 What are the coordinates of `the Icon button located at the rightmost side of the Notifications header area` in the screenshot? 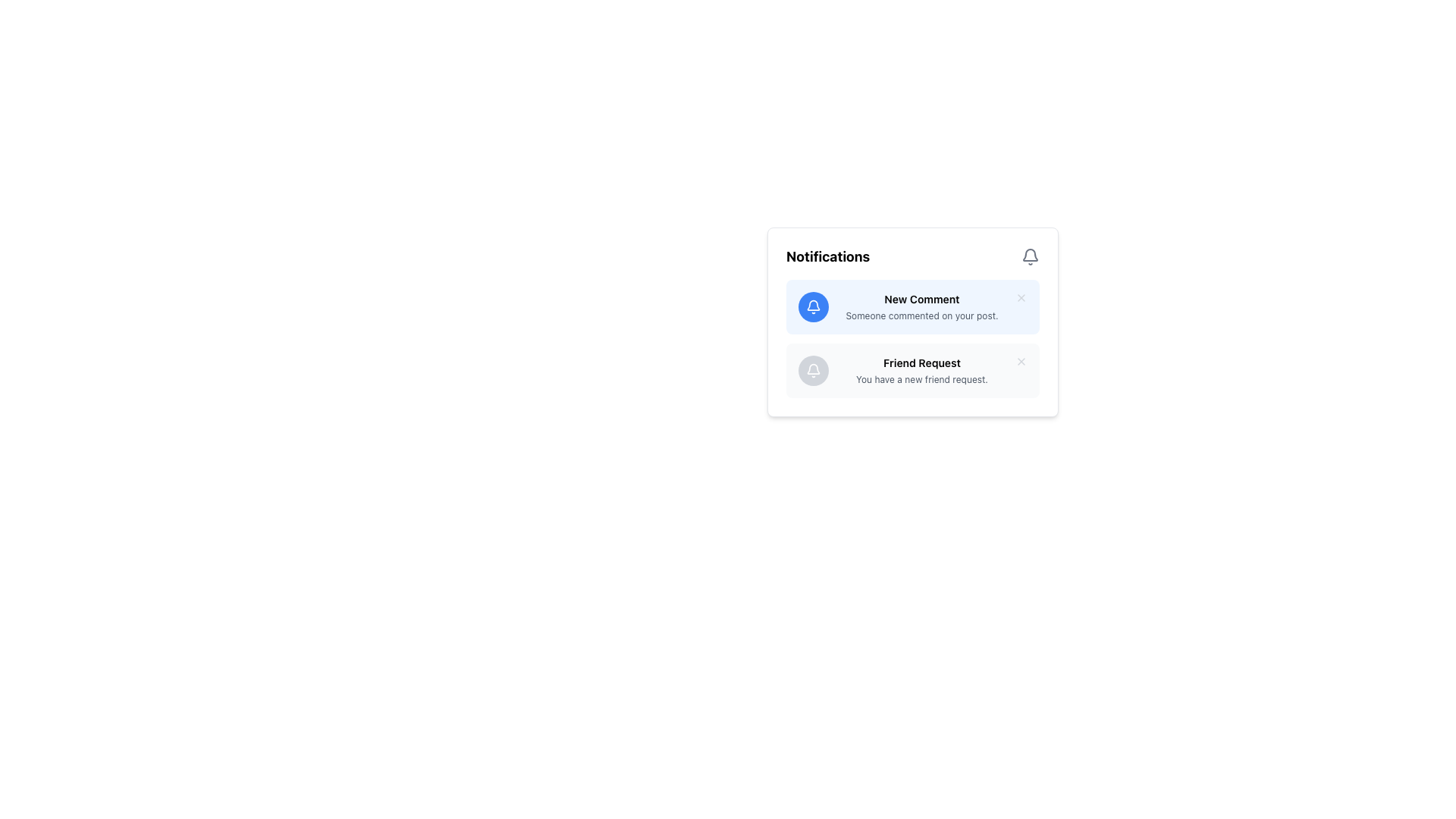 It's located at (1030, 256).